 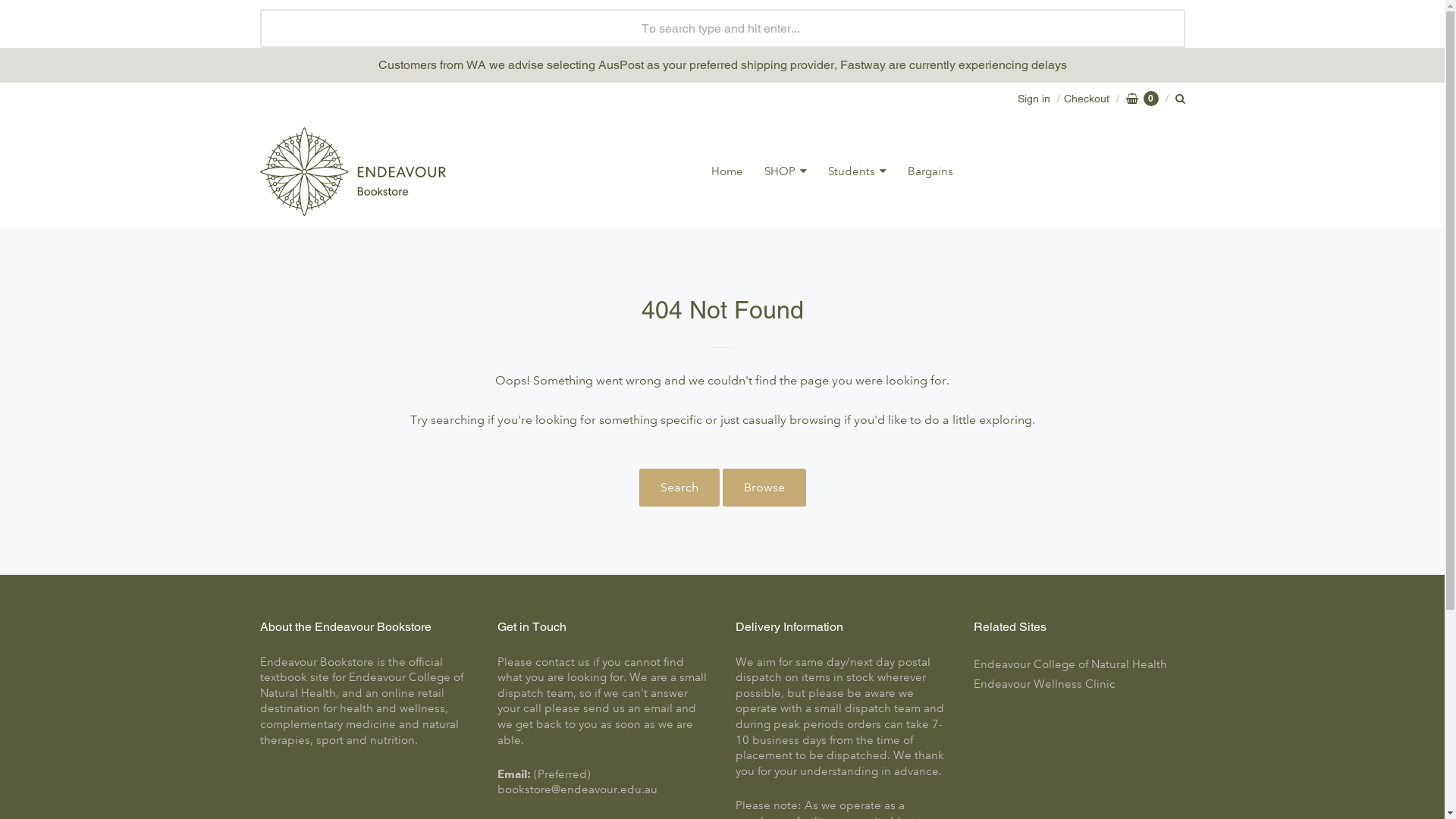 What do you see at coordinates (1078, 664) in the screenshot?
I see `'Endeavour College of Natural Health'` at bounding box center [1078, 664].